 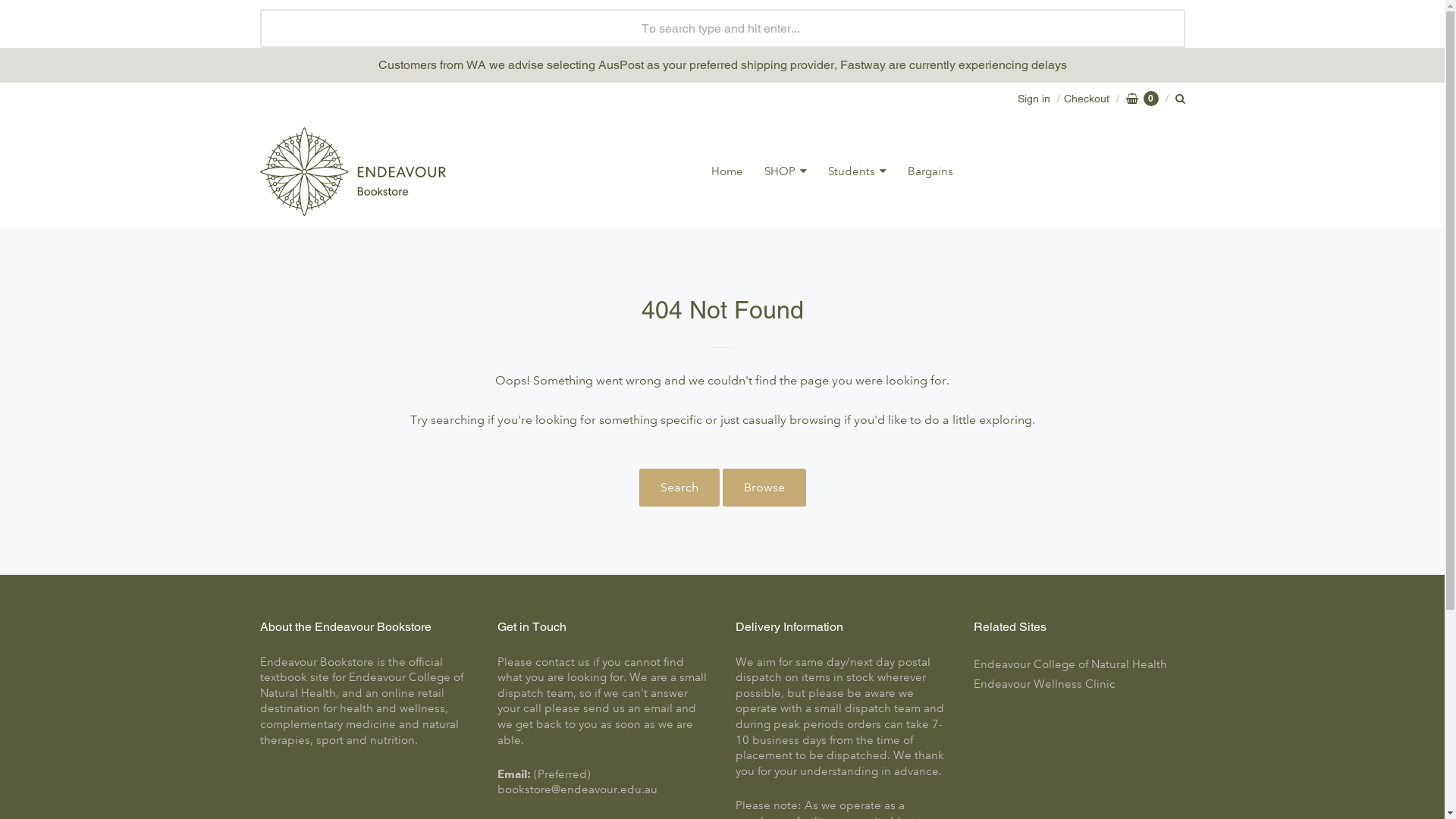 What do you see at coordinates (1078, 664) in the screenshot?
I see `'Endeavour College of Natural Health'` at bounding box center [1078, 664].